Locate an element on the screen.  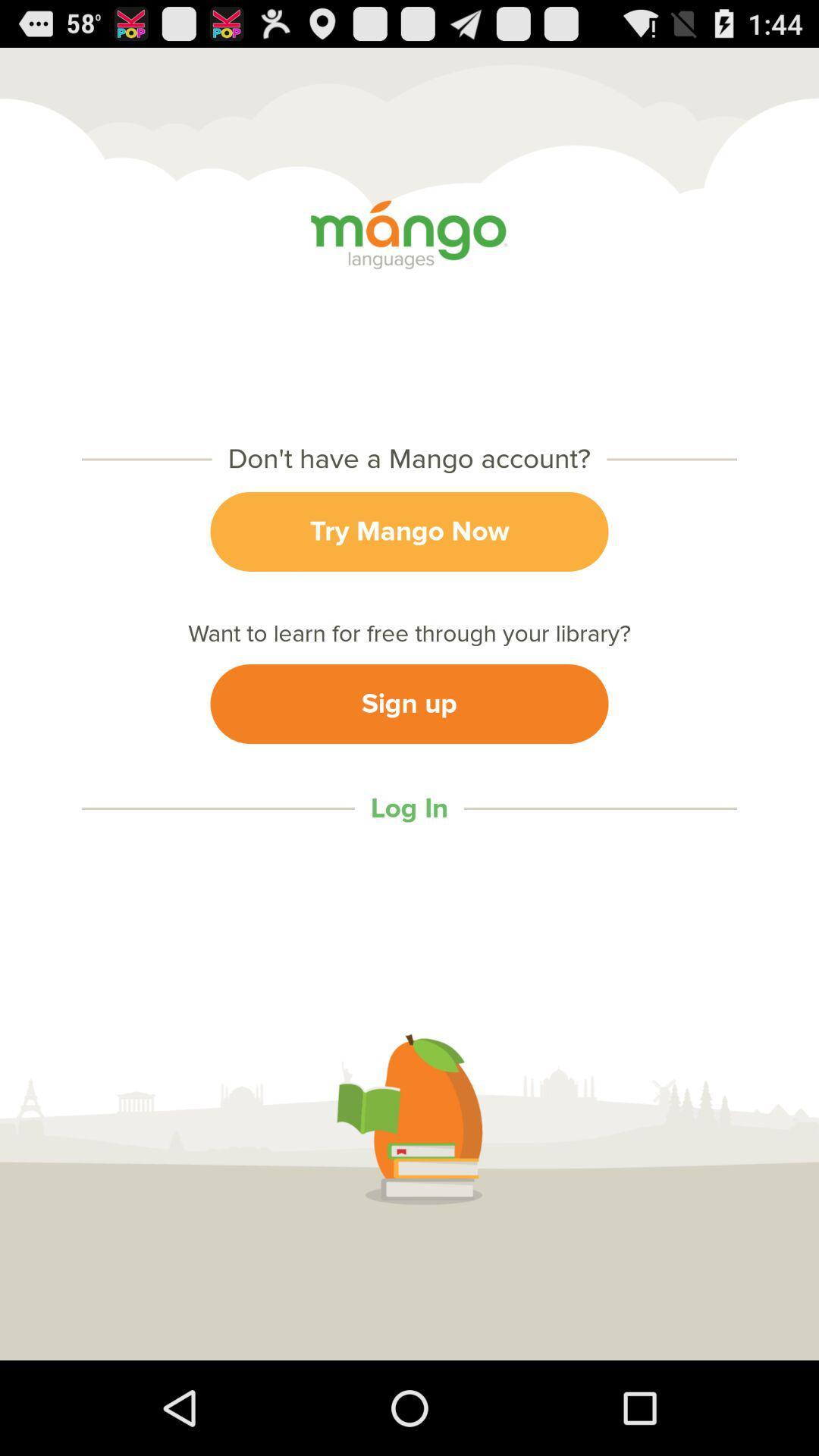
sign up icon is located at coordinates (409, 703).